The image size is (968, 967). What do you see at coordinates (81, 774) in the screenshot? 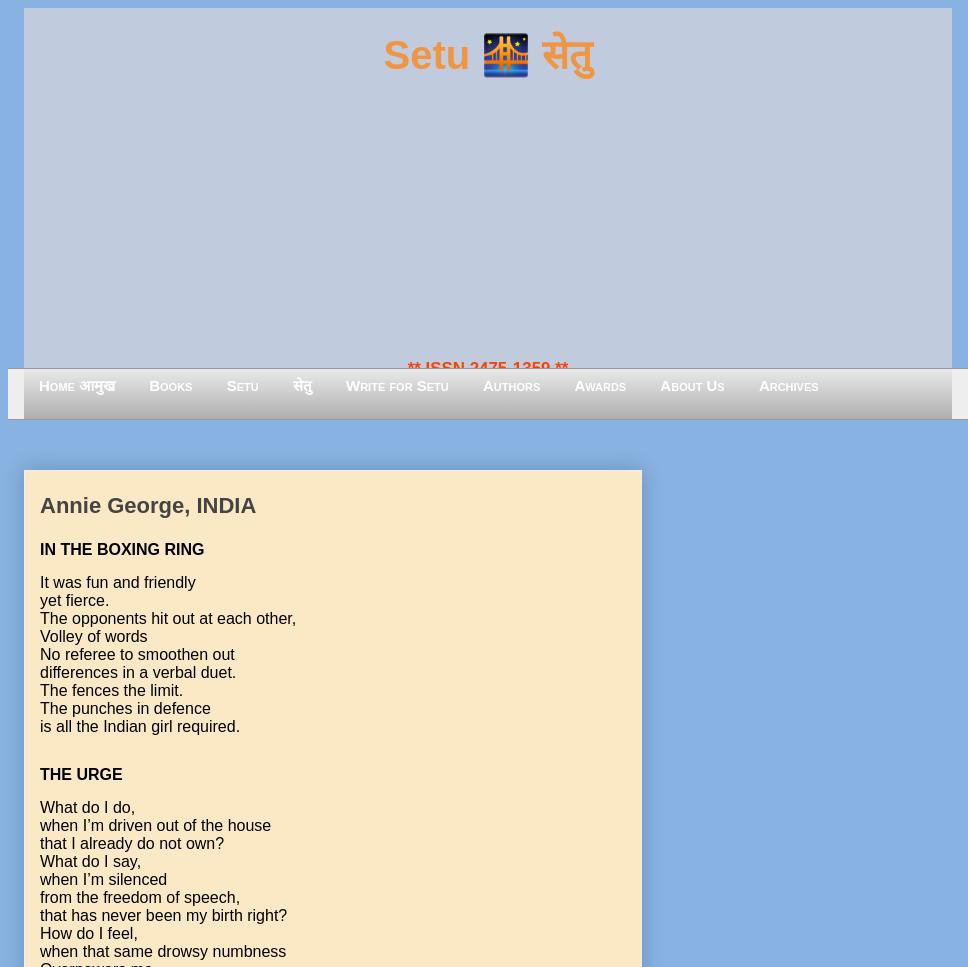
I see `'THE URGE'` at bounding box center [81, 774].